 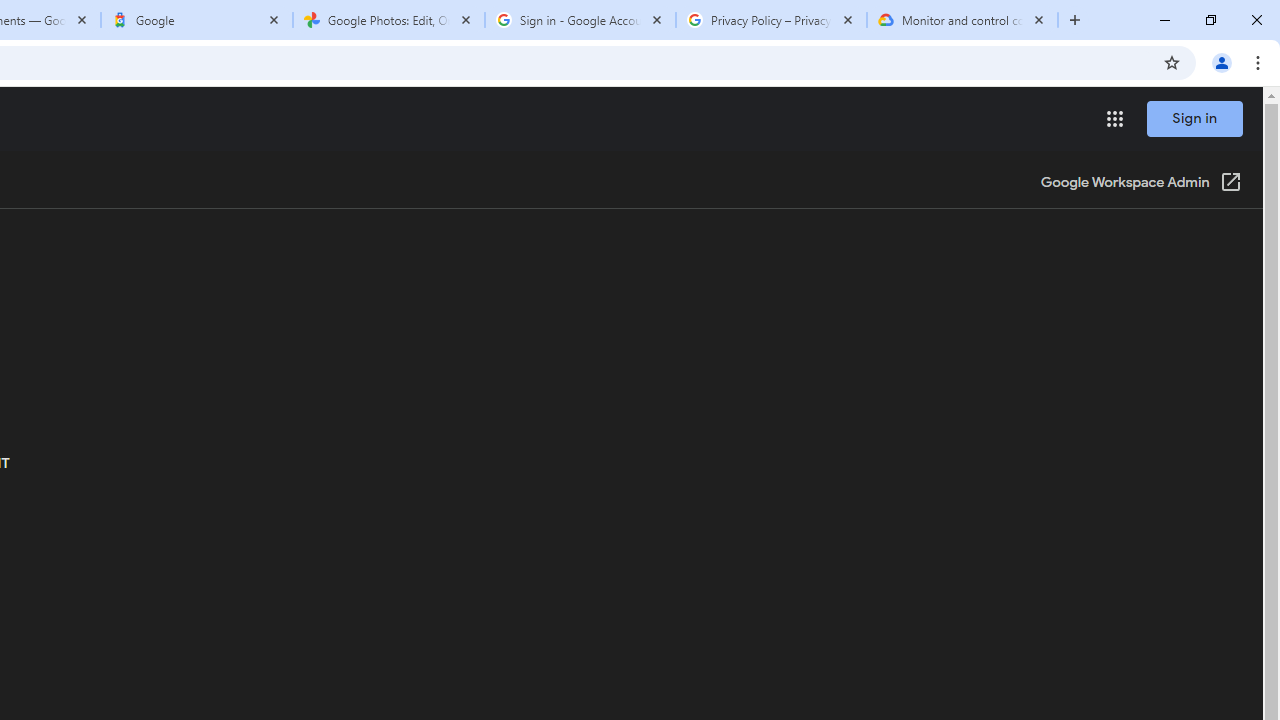 What do you see at coordinates (1141, 183) in the screenshot?
I see `'Google Workspace Admin (Open in a new window)'` at bounding box center [1141, 183].